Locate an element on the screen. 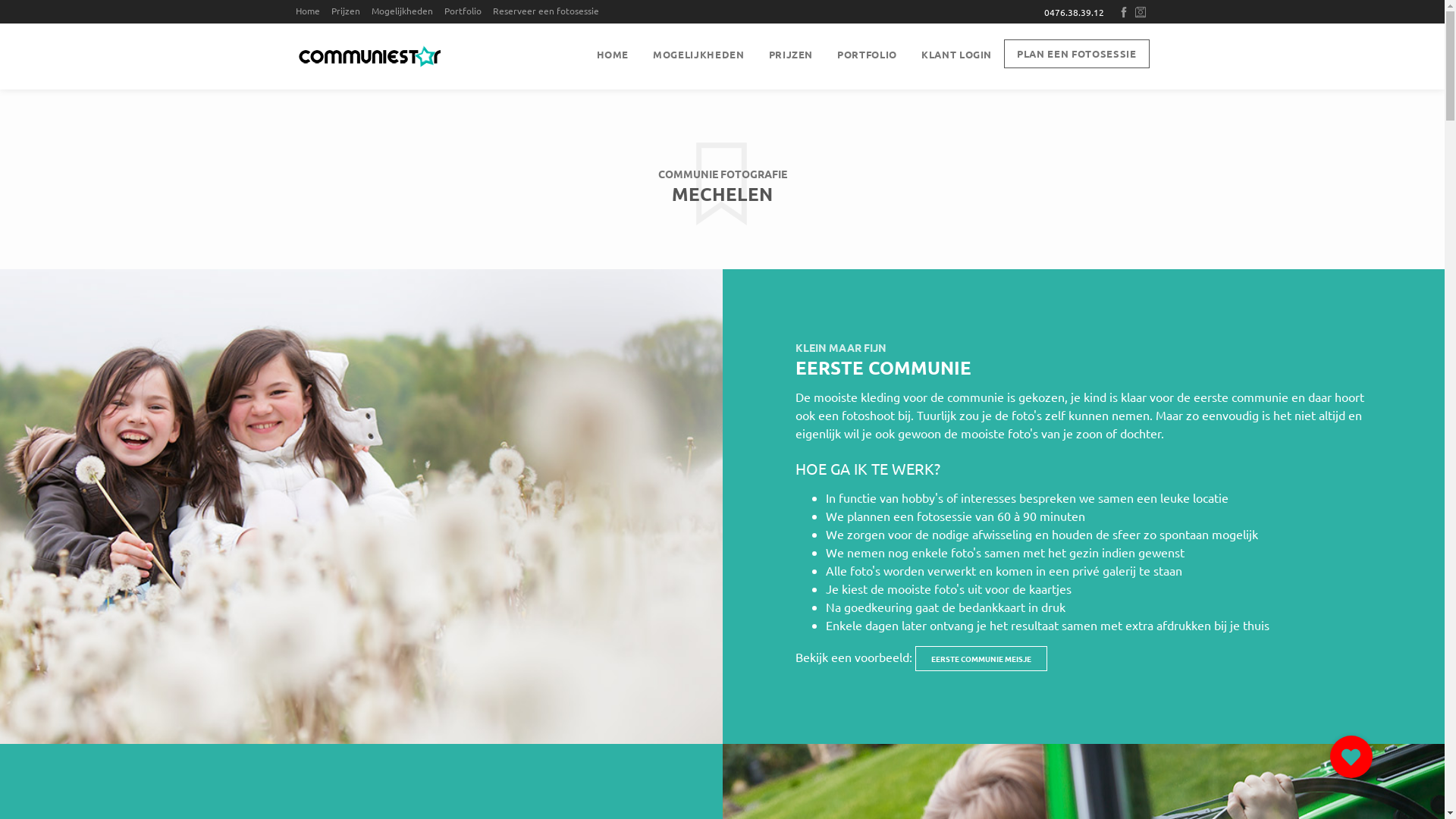 Image resolution: width=1456 pixels, height=819 pixels. 'HOME' is located at coordinates (612, 54).